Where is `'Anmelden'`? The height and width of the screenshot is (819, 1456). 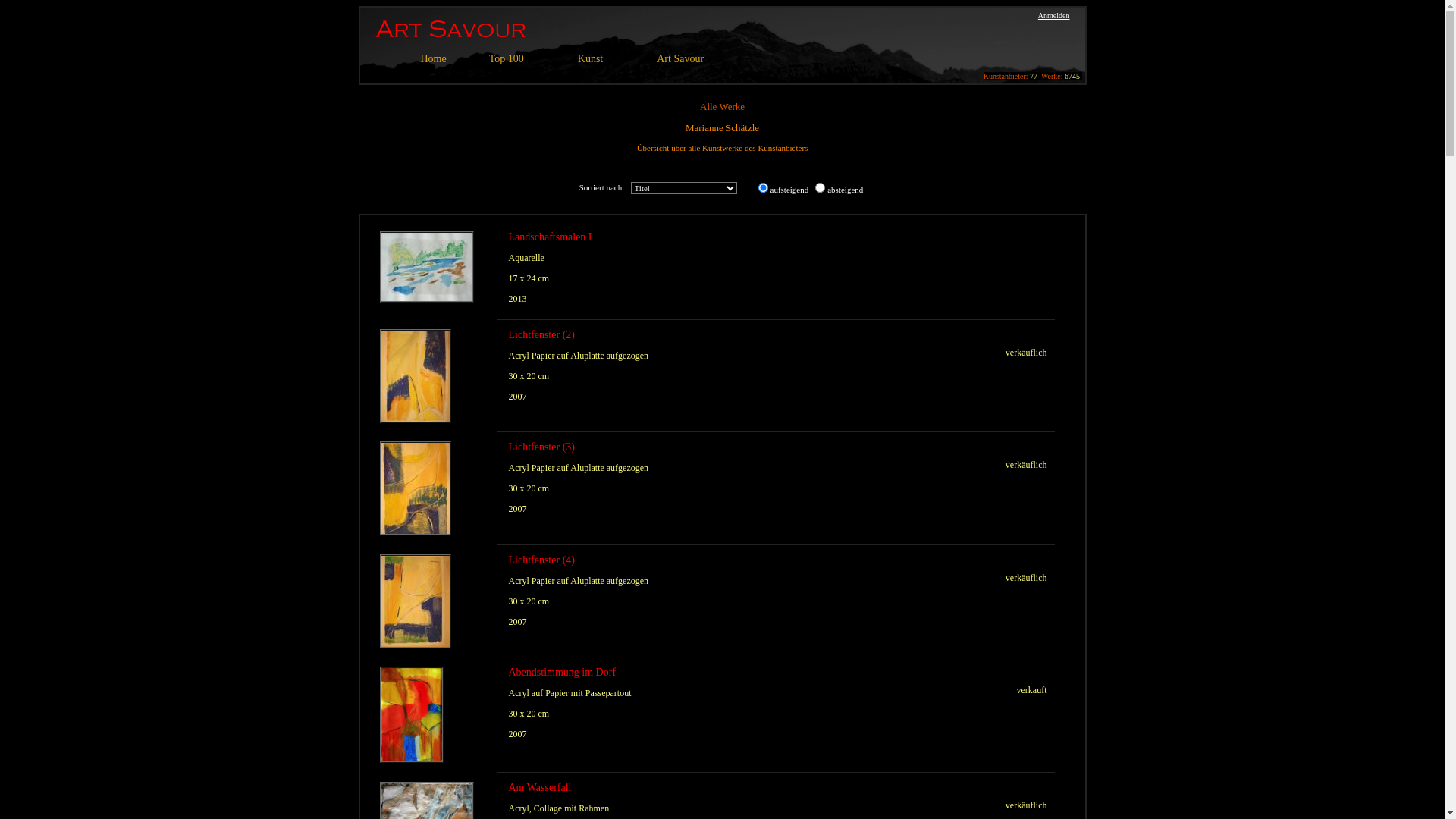
'Anmelden' is located at coordinates (1053, 15).